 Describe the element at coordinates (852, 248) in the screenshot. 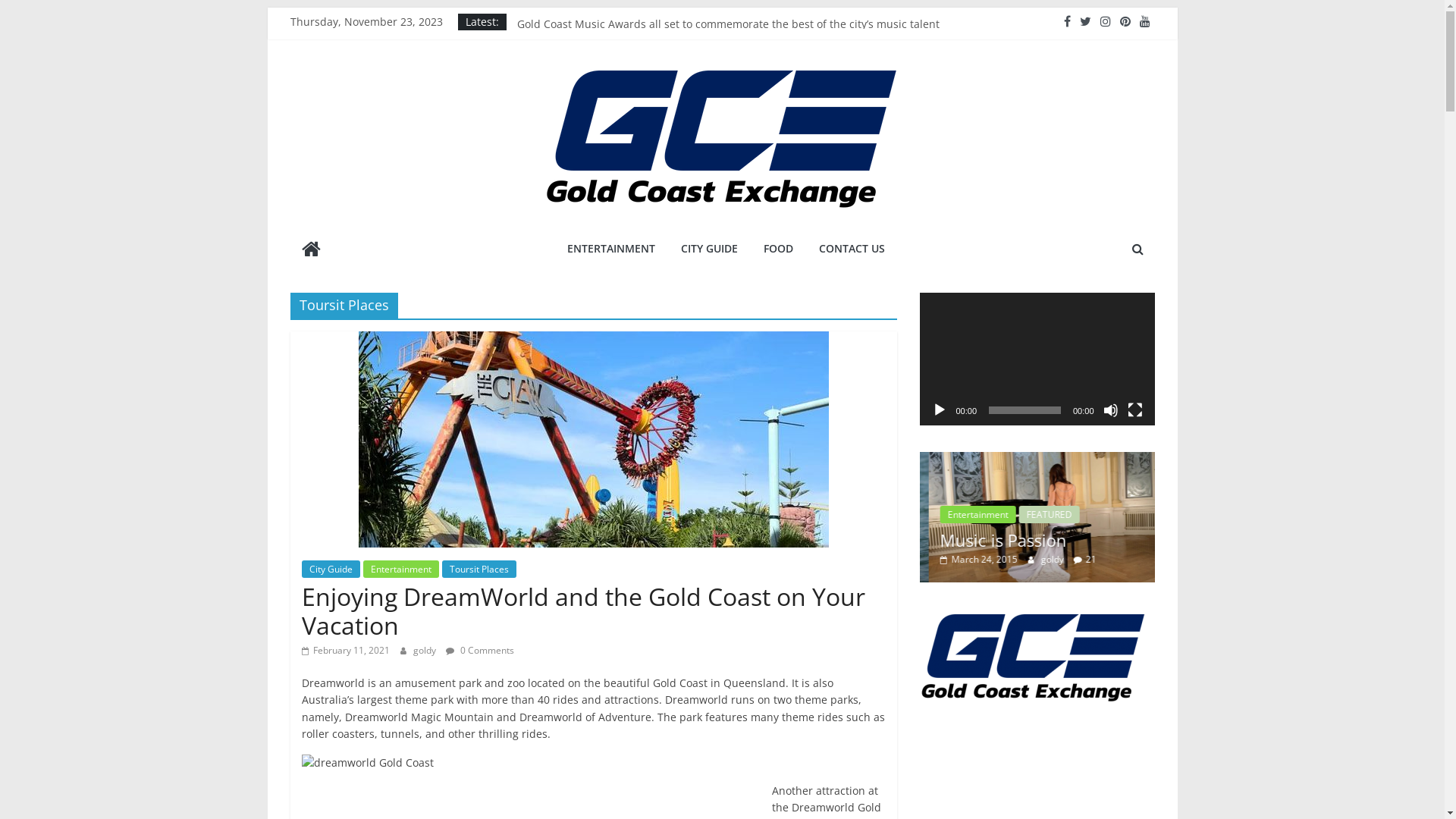

I see `'CONTACT US'` at that location.